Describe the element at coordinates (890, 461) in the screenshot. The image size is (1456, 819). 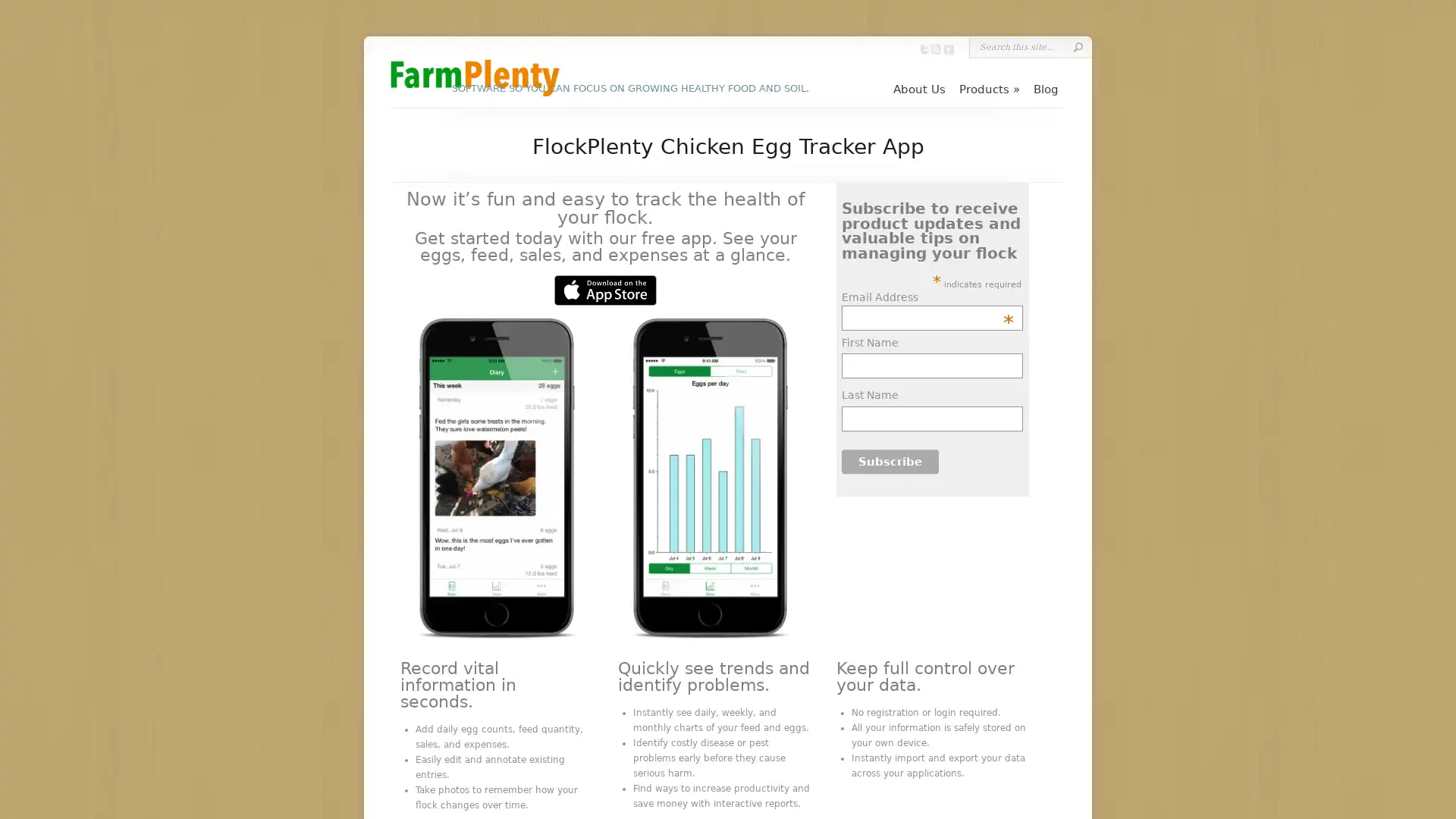
I see `Subscribe` at that location.